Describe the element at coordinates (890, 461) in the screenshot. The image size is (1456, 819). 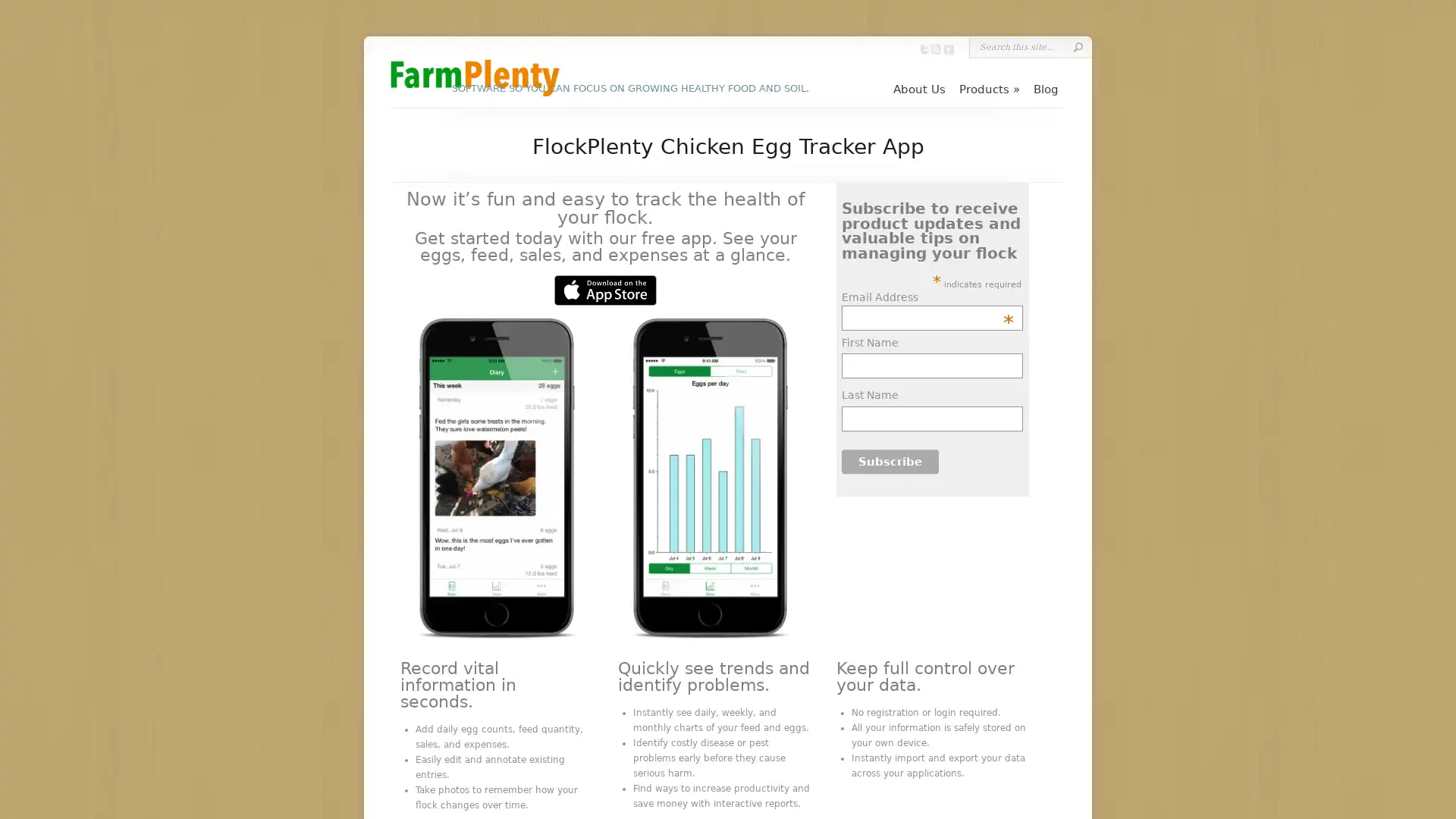
I see `Subscribe` at that location.